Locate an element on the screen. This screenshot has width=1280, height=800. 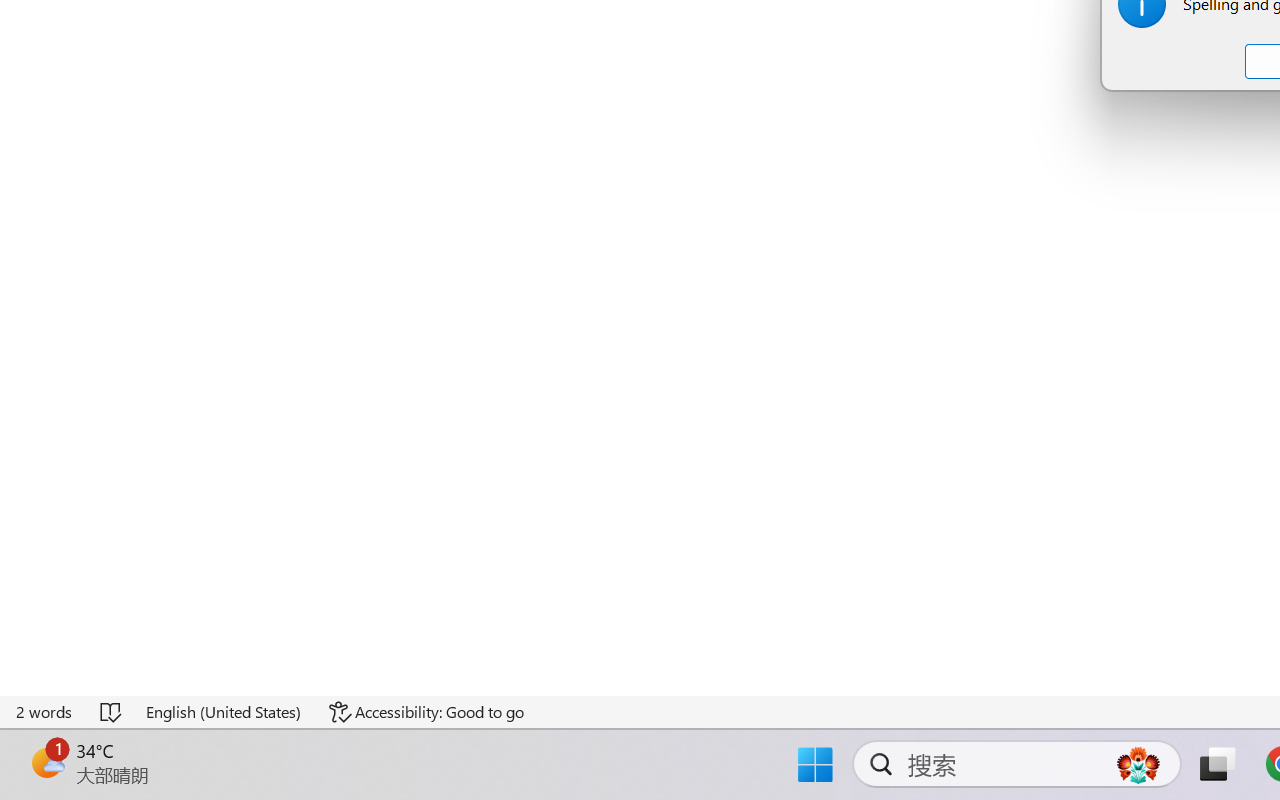
'Language English (United States)' is located at coordinates (224, 711).